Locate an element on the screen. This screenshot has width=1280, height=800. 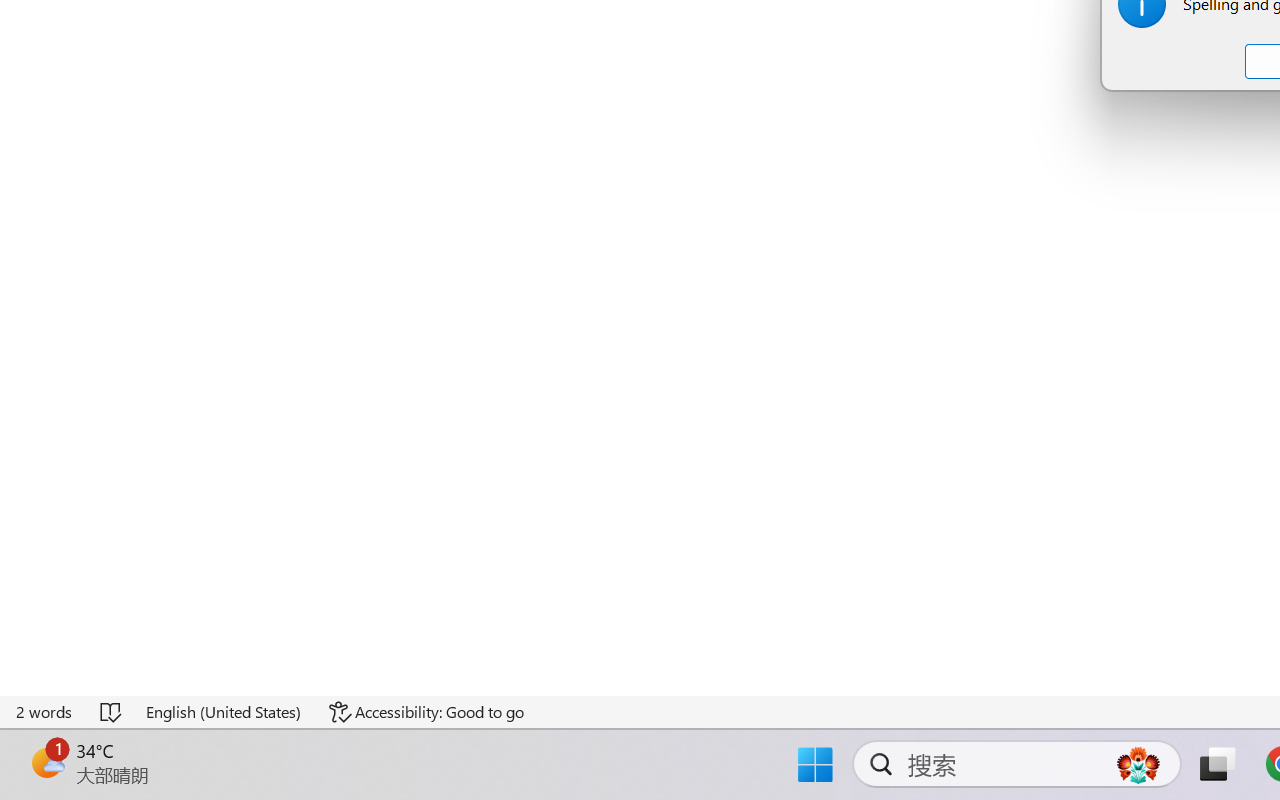
'Language English (United States)' is located at coordinates (224, 711).